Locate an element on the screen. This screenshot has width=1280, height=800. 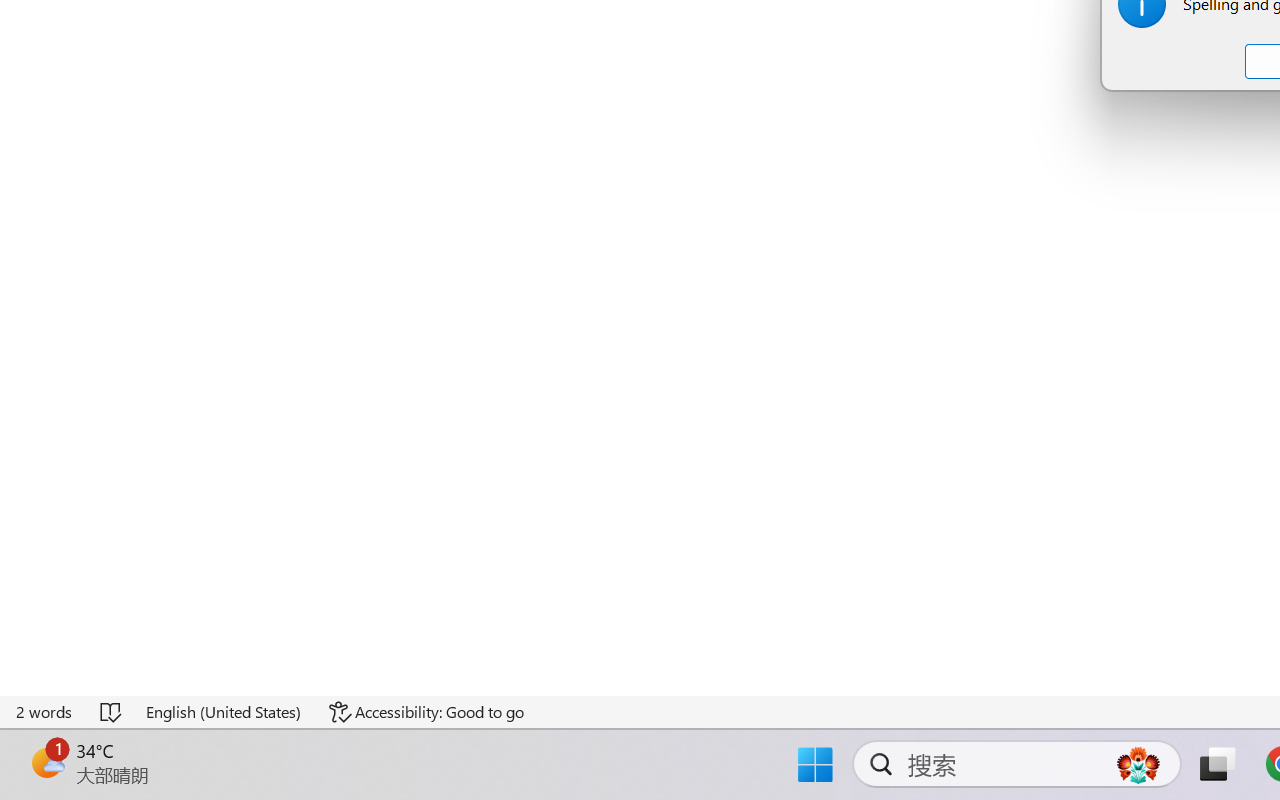
'Language English (United States)' is located at coordinates (224, 711).